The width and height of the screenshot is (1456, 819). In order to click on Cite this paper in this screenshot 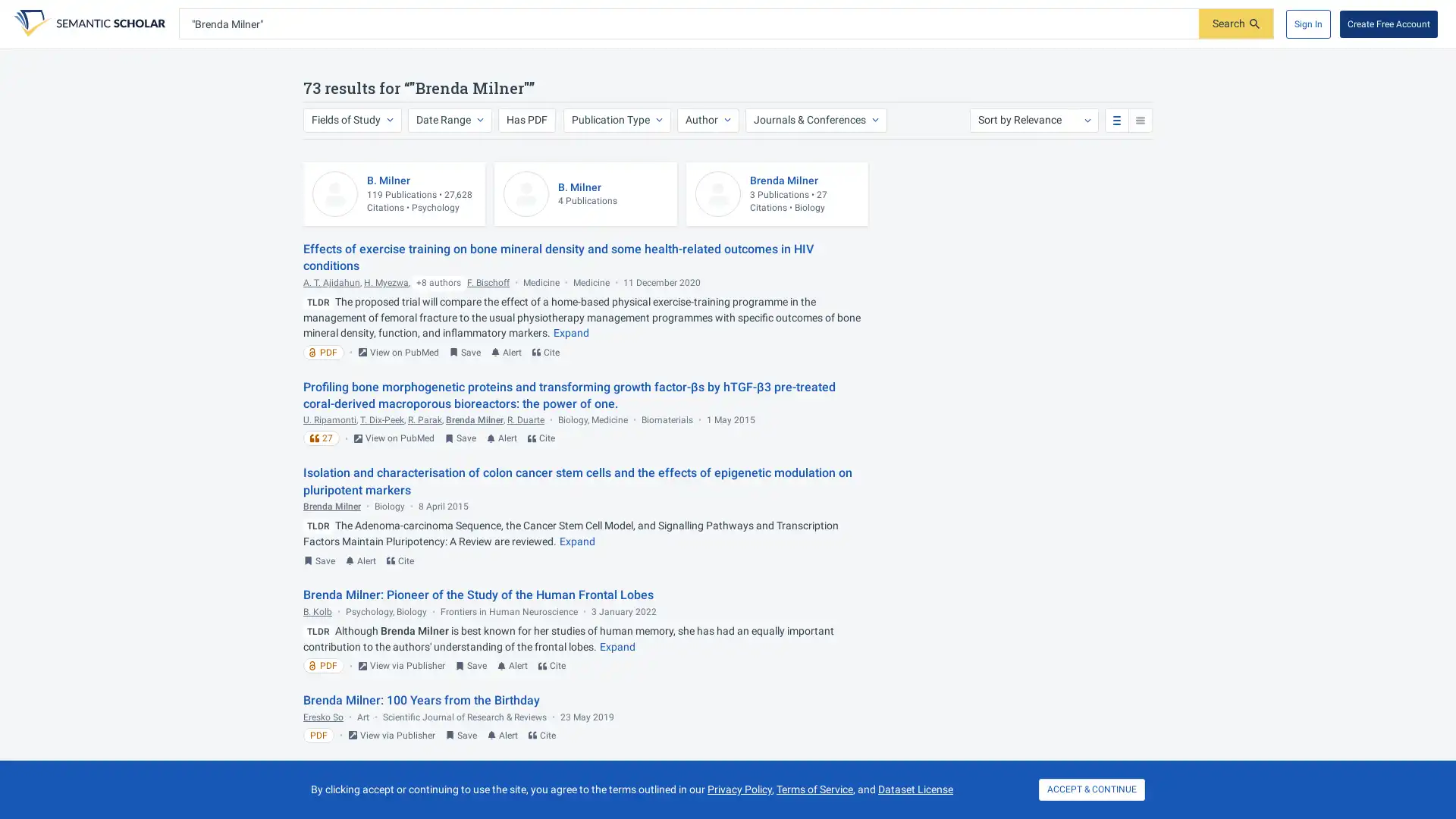, I will do `click(546, 352)`.